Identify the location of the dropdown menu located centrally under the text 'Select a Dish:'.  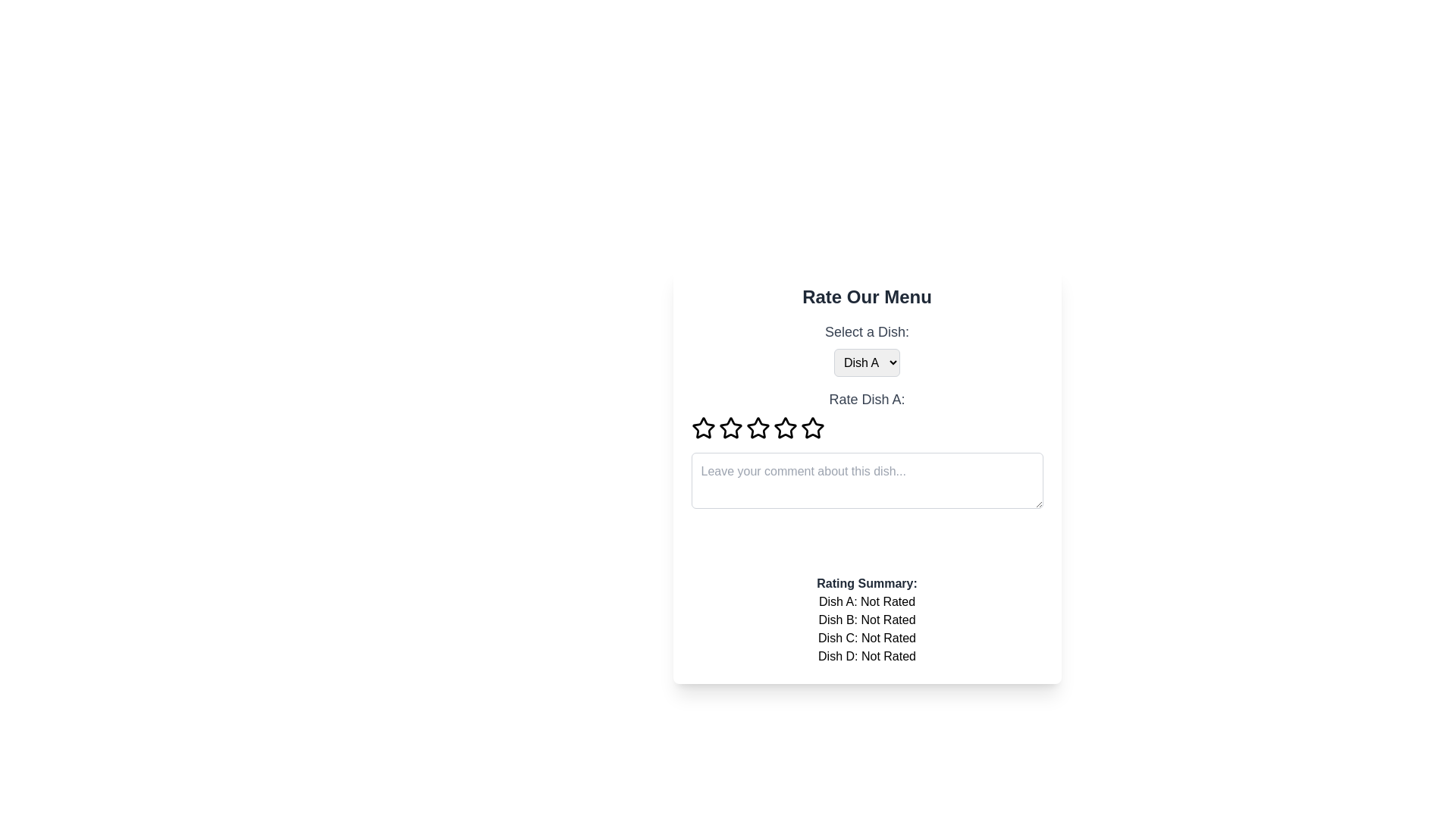
(867, 362).